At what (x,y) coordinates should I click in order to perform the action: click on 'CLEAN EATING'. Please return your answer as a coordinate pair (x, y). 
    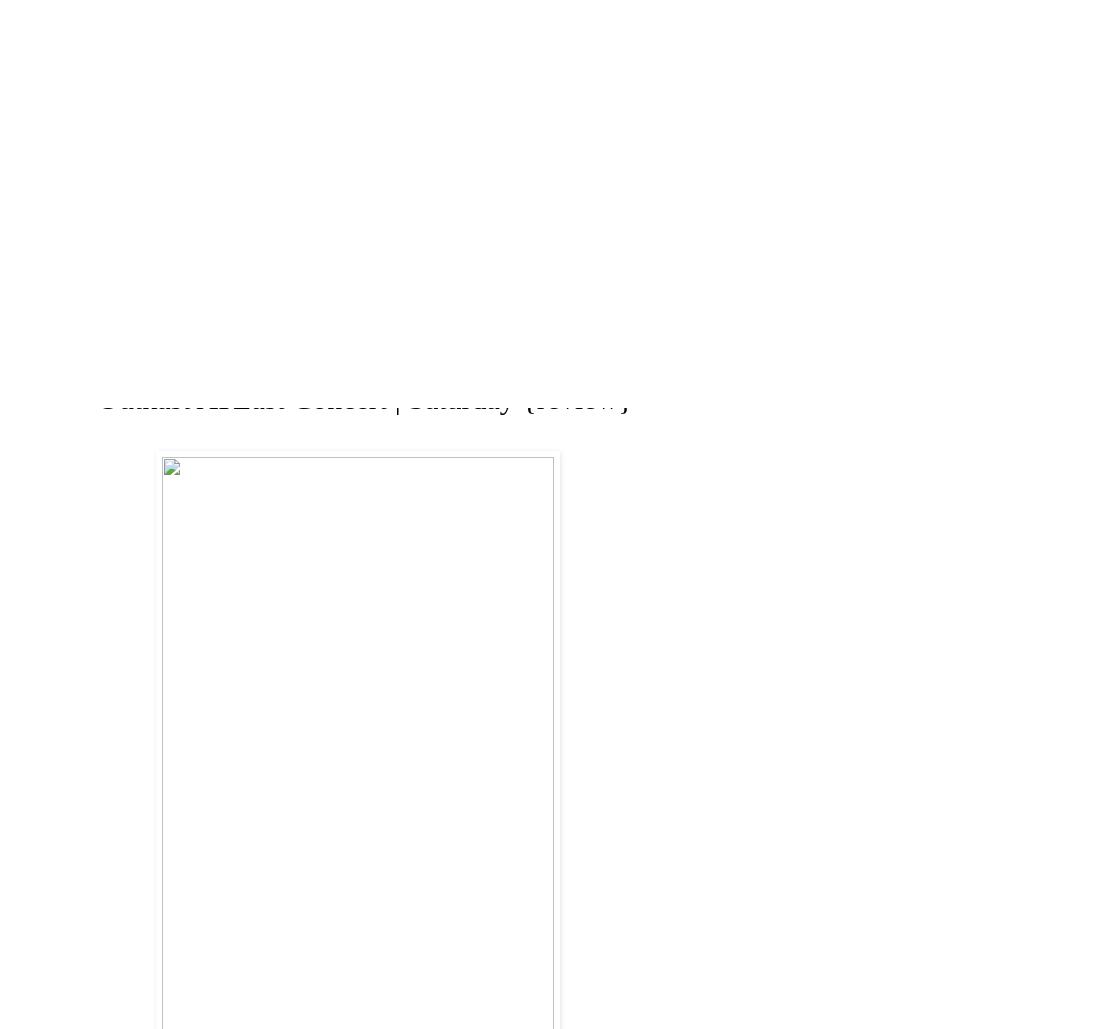
    Looking at the image, I should click on (642, 280).